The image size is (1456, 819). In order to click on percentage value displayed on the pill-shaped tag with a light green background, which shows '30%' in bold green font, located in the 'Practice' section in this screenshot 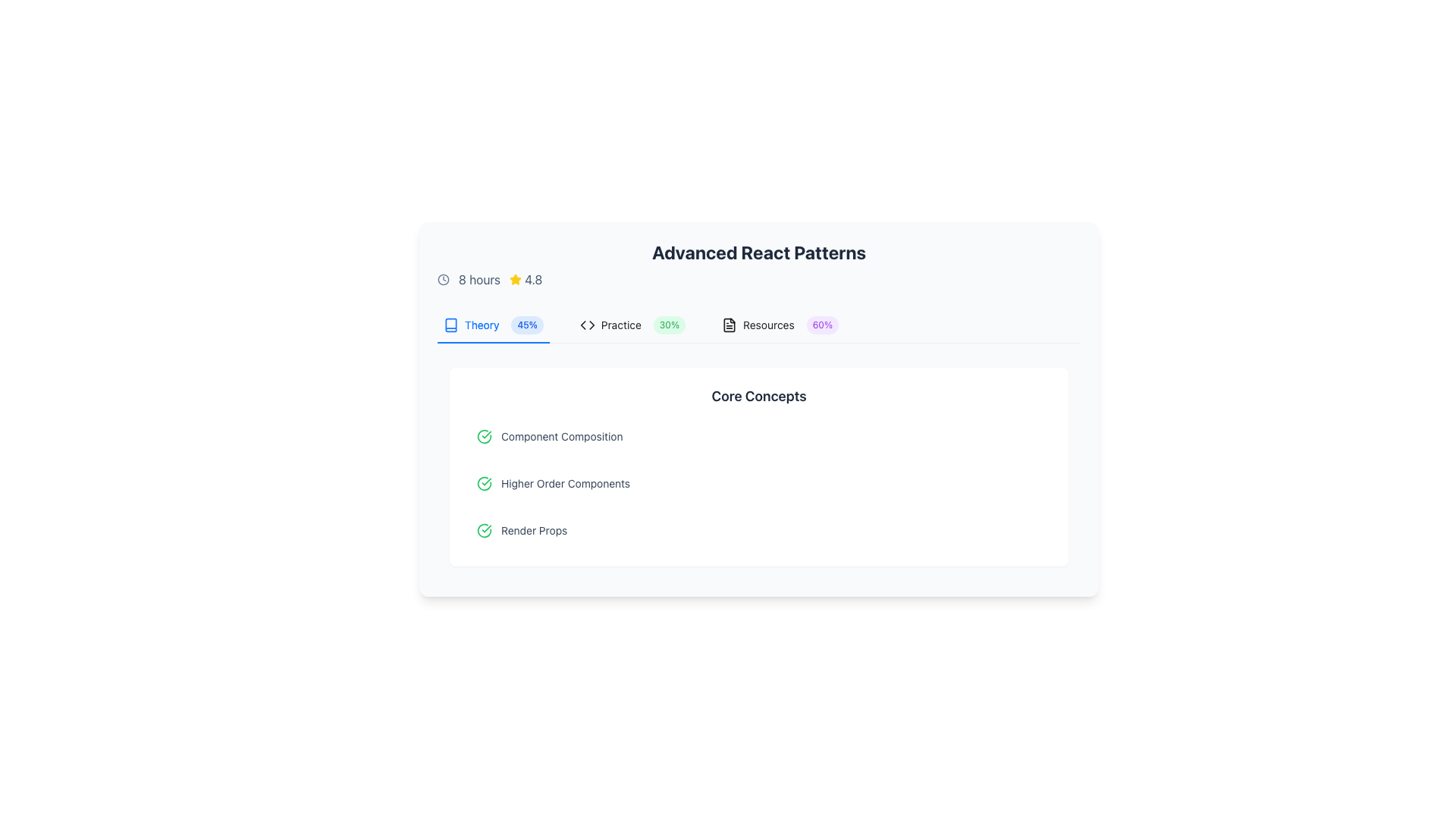, I will do `click(669, 324)`.